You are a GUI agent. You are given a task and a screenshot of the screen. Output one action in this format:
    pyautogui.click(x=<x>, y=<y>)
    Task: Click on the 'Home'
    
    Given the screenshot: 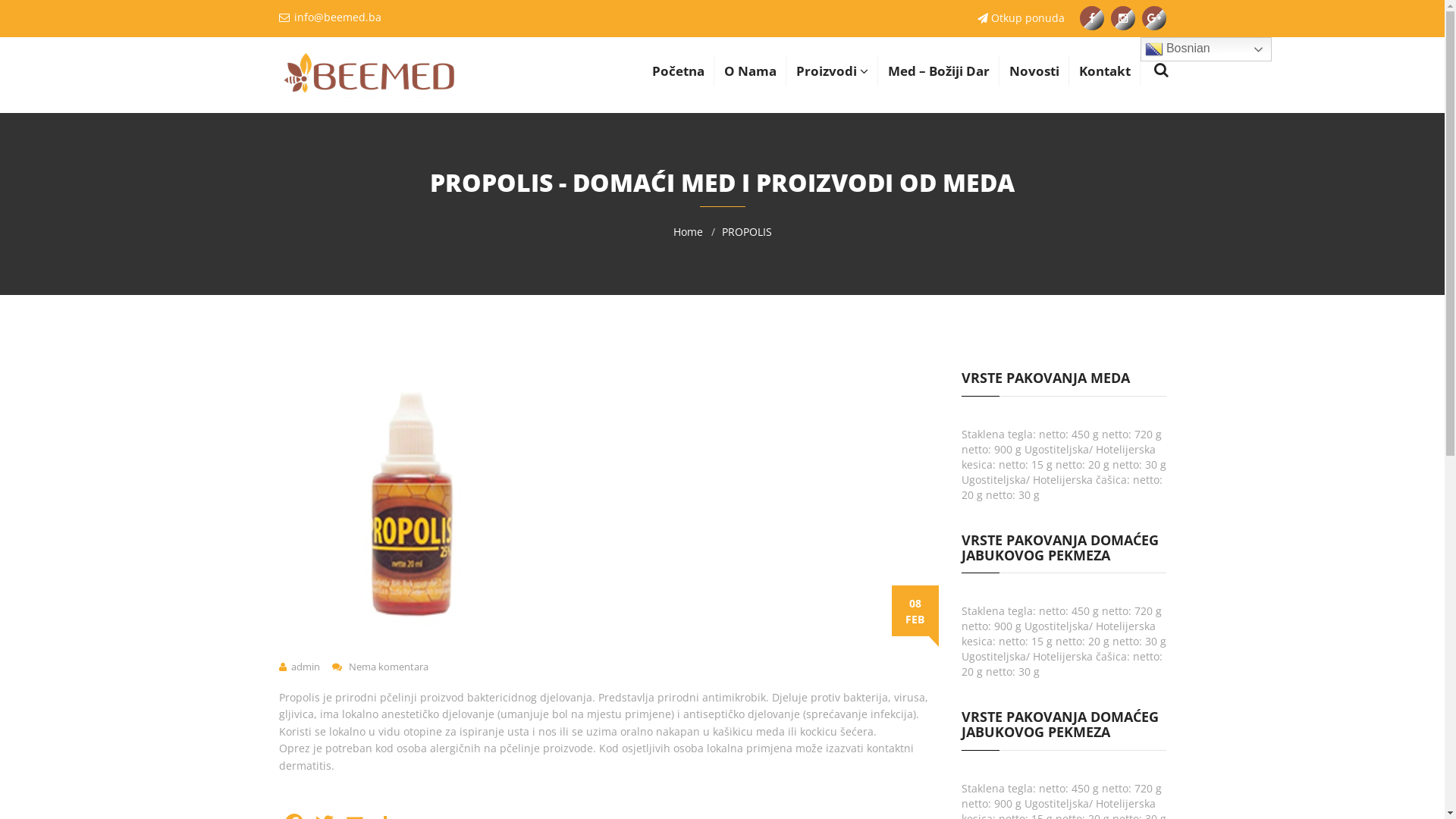 What is the action you would take?
    pyautogui.click(x=687, y=231)
    